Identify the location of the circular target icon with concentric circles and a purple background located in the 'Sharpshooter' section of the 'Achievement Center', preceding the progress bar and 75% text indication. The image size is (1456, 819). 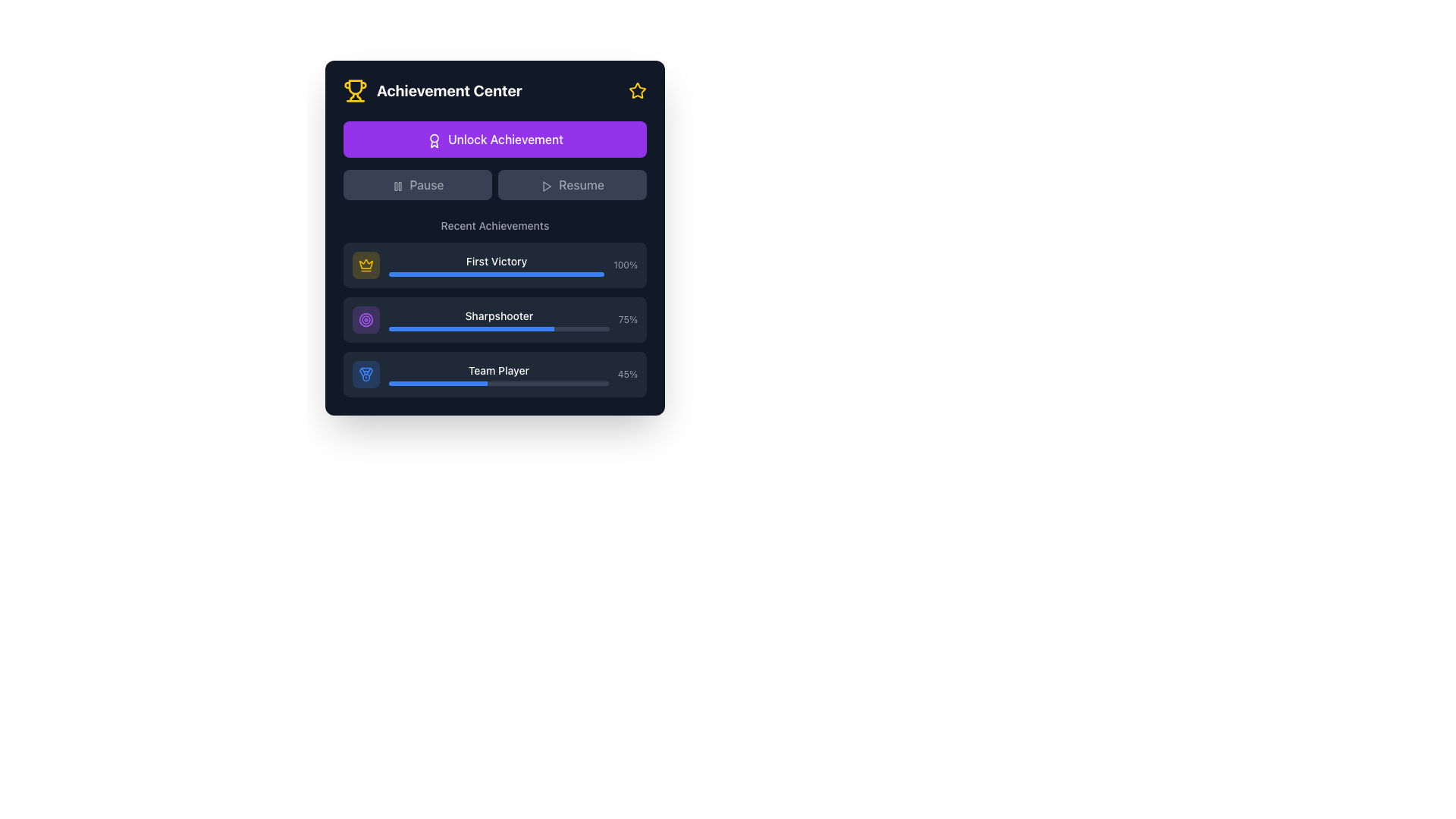
(366, 318).